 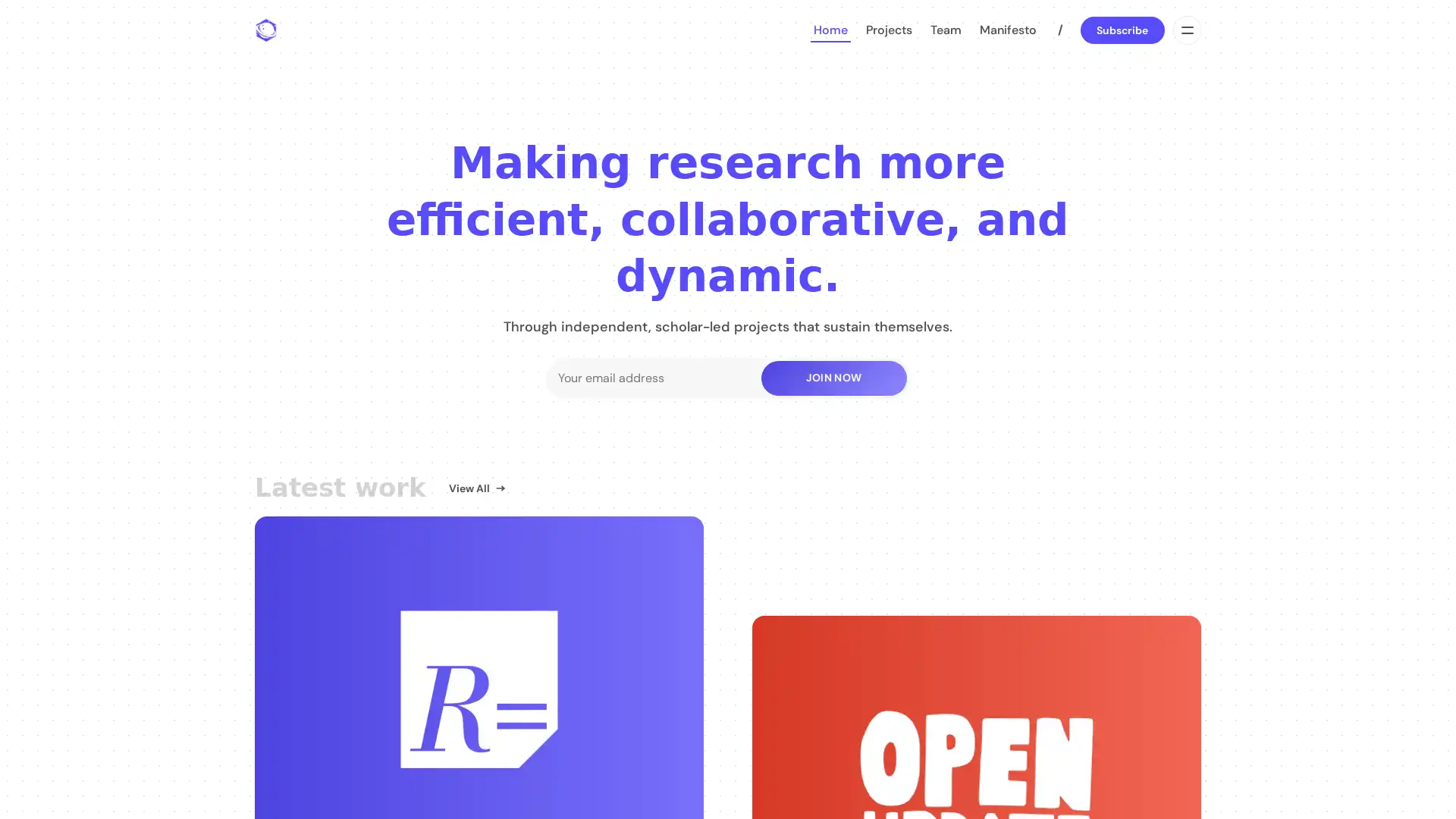 I want to click on JOIN NOW, so click(x=833, y=376).